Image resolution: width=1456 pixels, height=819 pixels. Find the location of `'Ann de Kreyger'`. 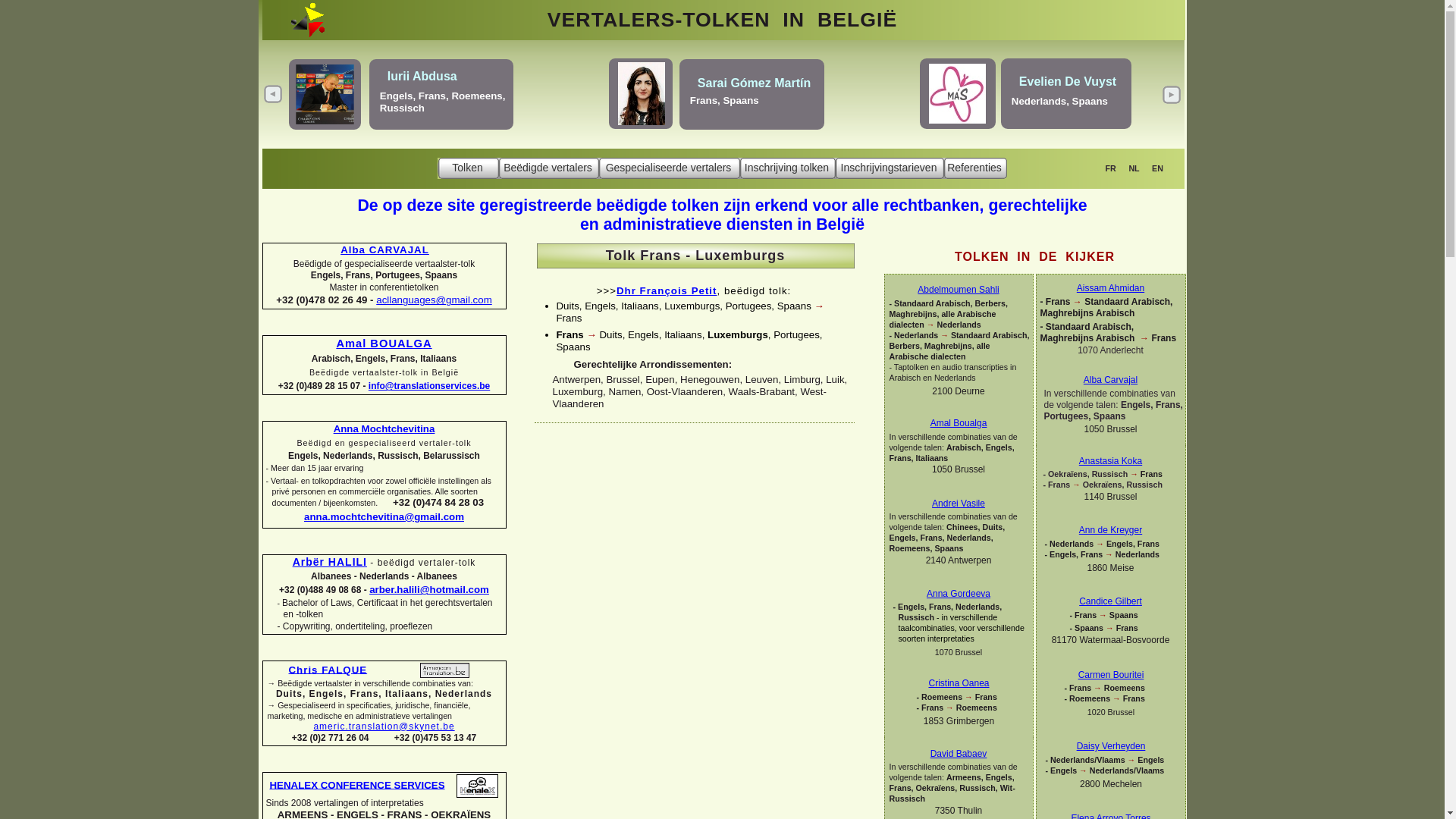

'Ann de Kreyger' is located at coordinates (1110, 529).